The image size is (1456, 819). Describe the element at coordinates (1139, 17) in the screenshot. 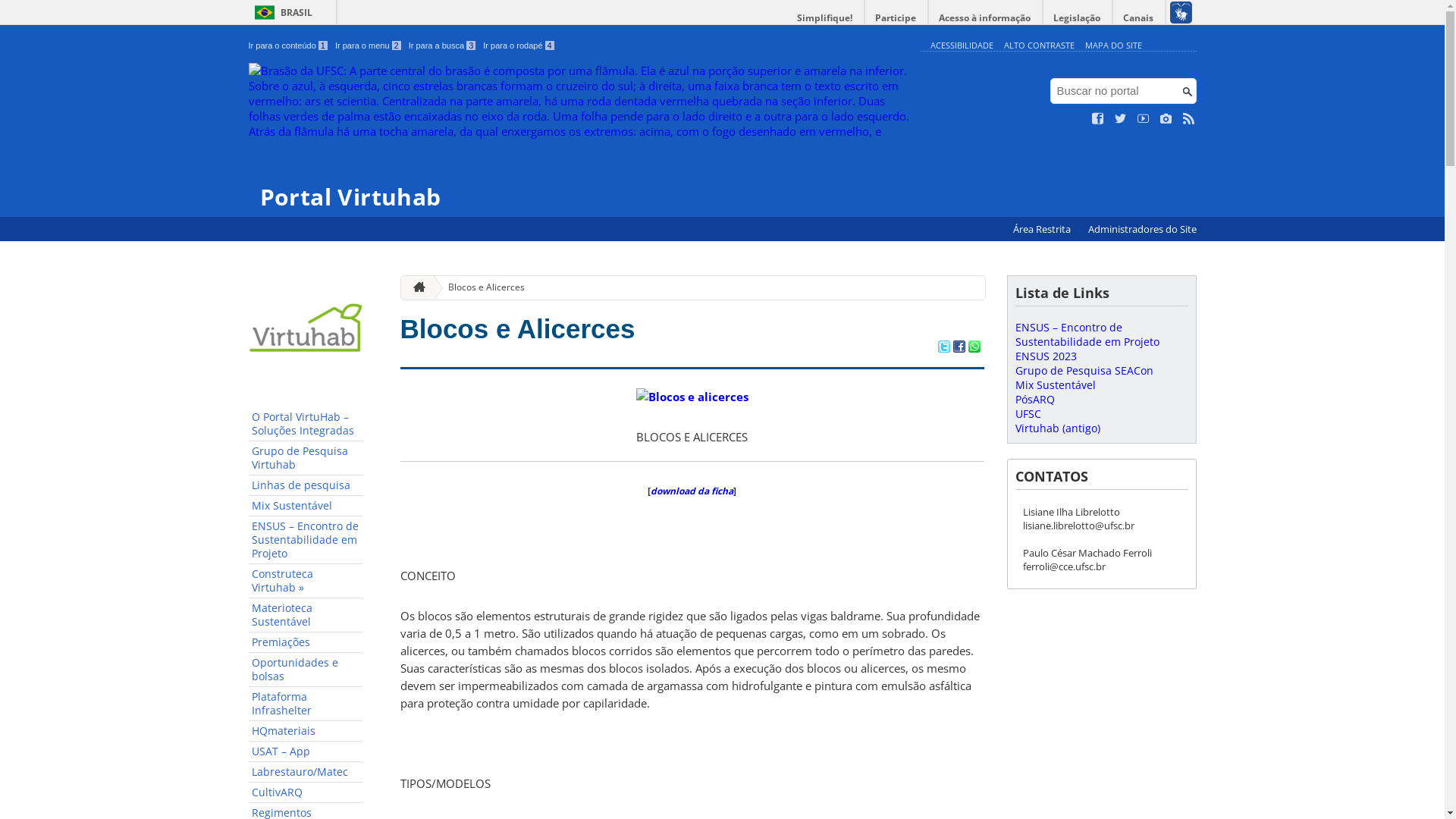

I see `'Canais'` at that location.